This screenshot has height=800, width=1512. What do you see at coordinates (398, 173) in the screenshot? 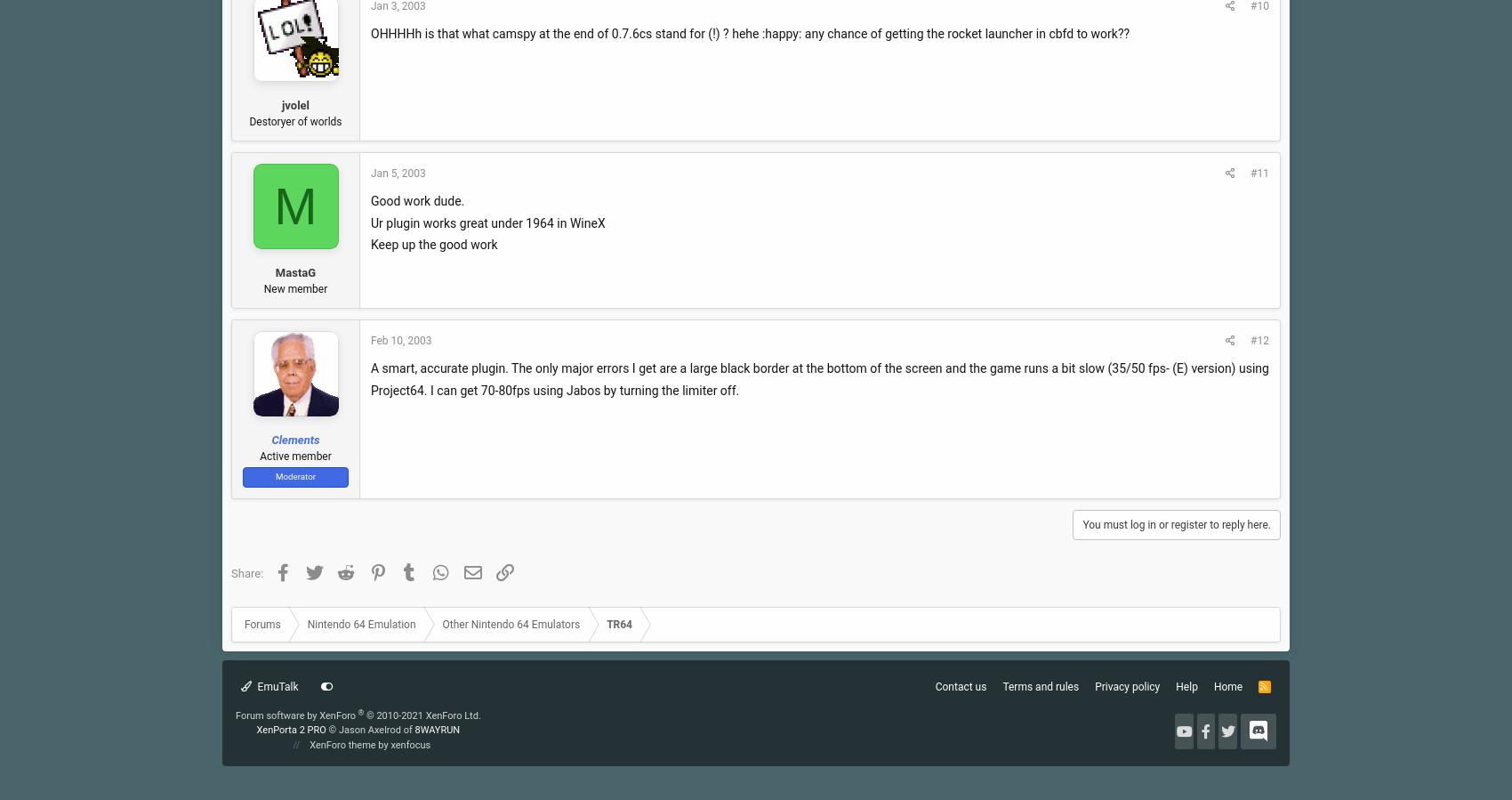
I see `'Jan 5, 2003'` at bounding box center [398, 173].